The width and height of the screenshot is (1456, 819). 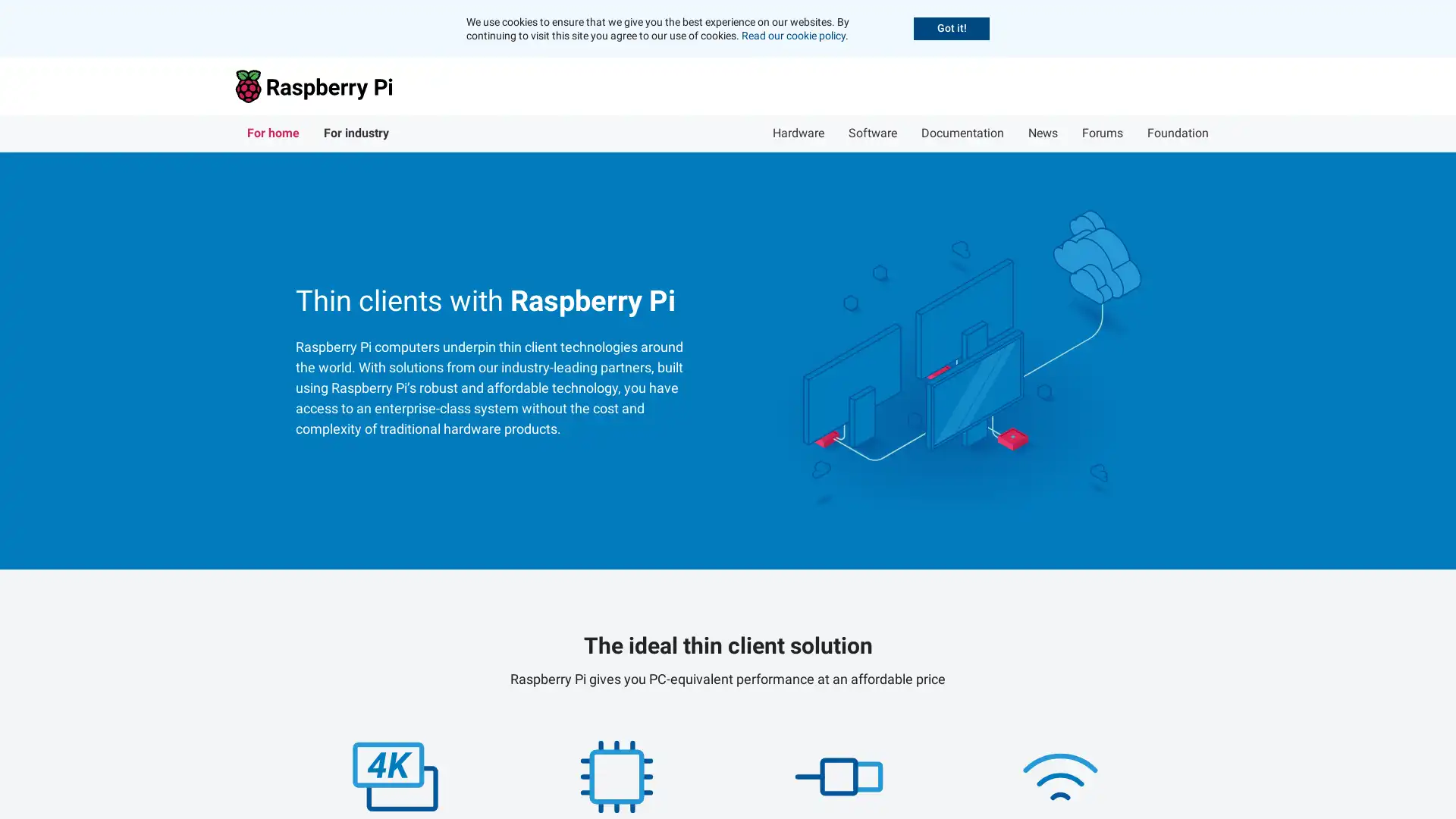 What do you see at coordinates (950, 28) in the screenshot?
I see `Accept cookies` at bounding box center [950, 28].